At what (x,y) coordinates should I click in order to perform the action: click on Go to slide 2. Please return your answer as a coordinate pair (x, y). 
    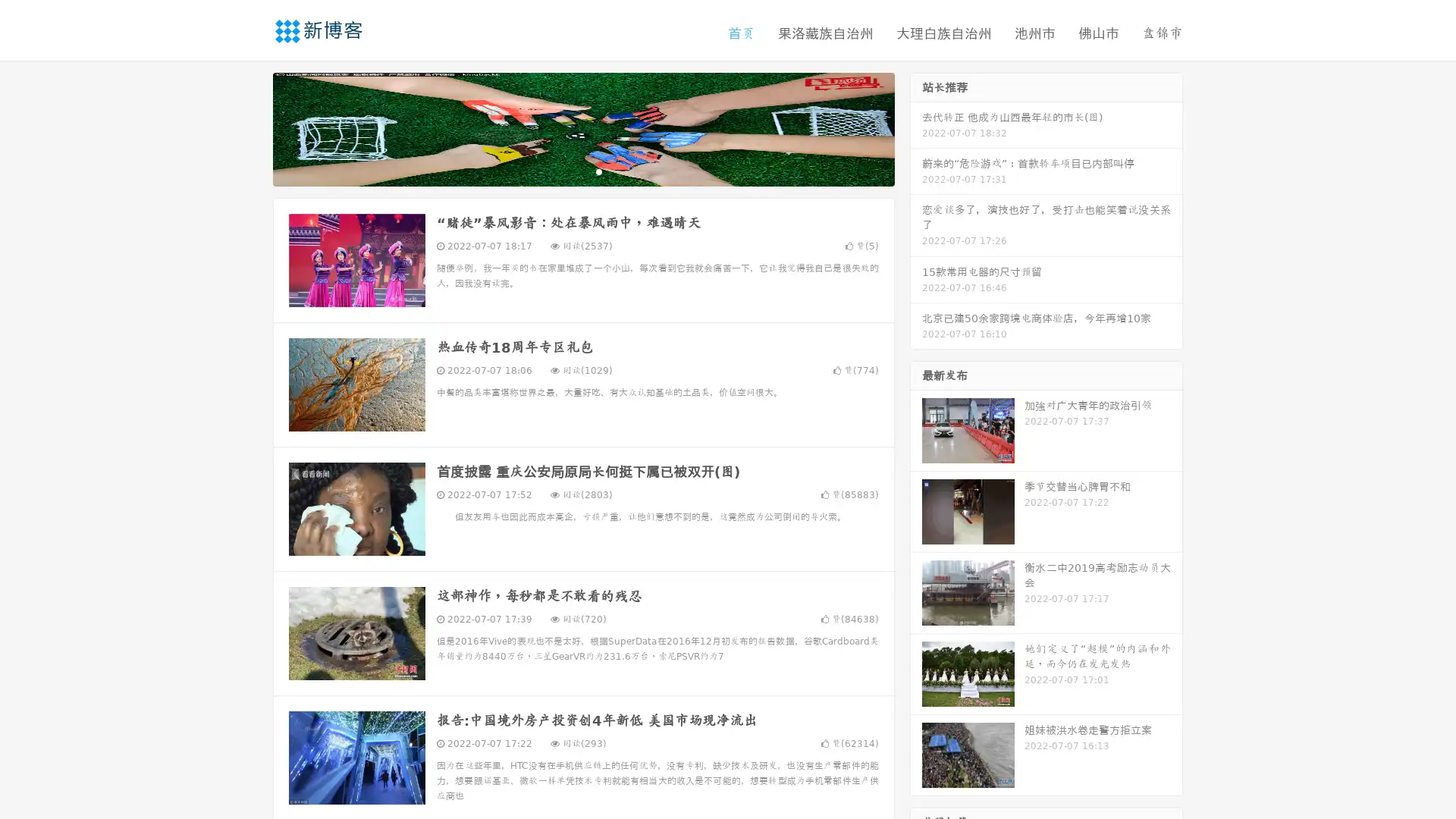
    Looking at the image, I should click on (582, 171).